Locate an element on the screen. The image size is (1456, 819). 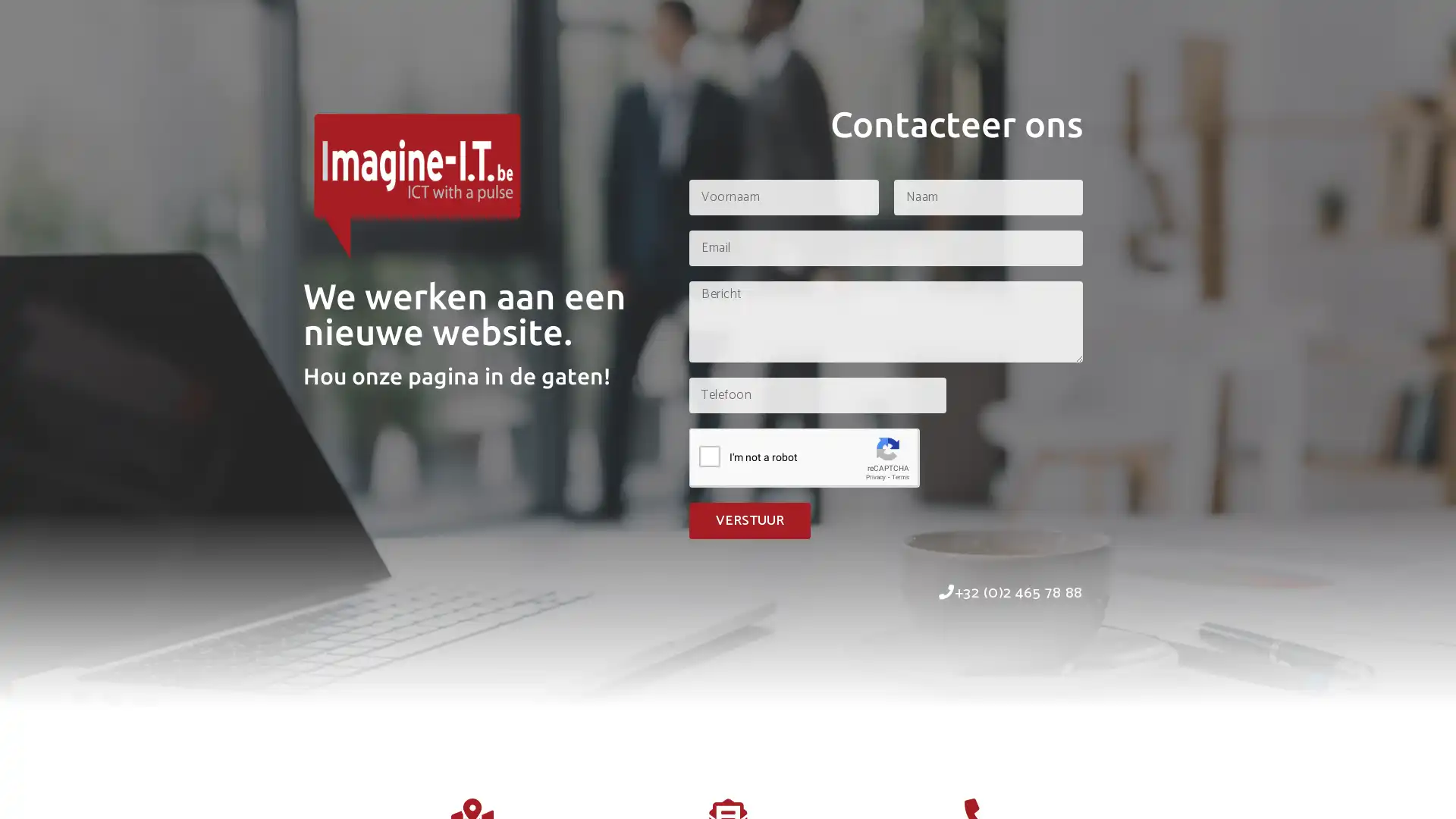
VERSTUUR is located at coordinates (749, 519).